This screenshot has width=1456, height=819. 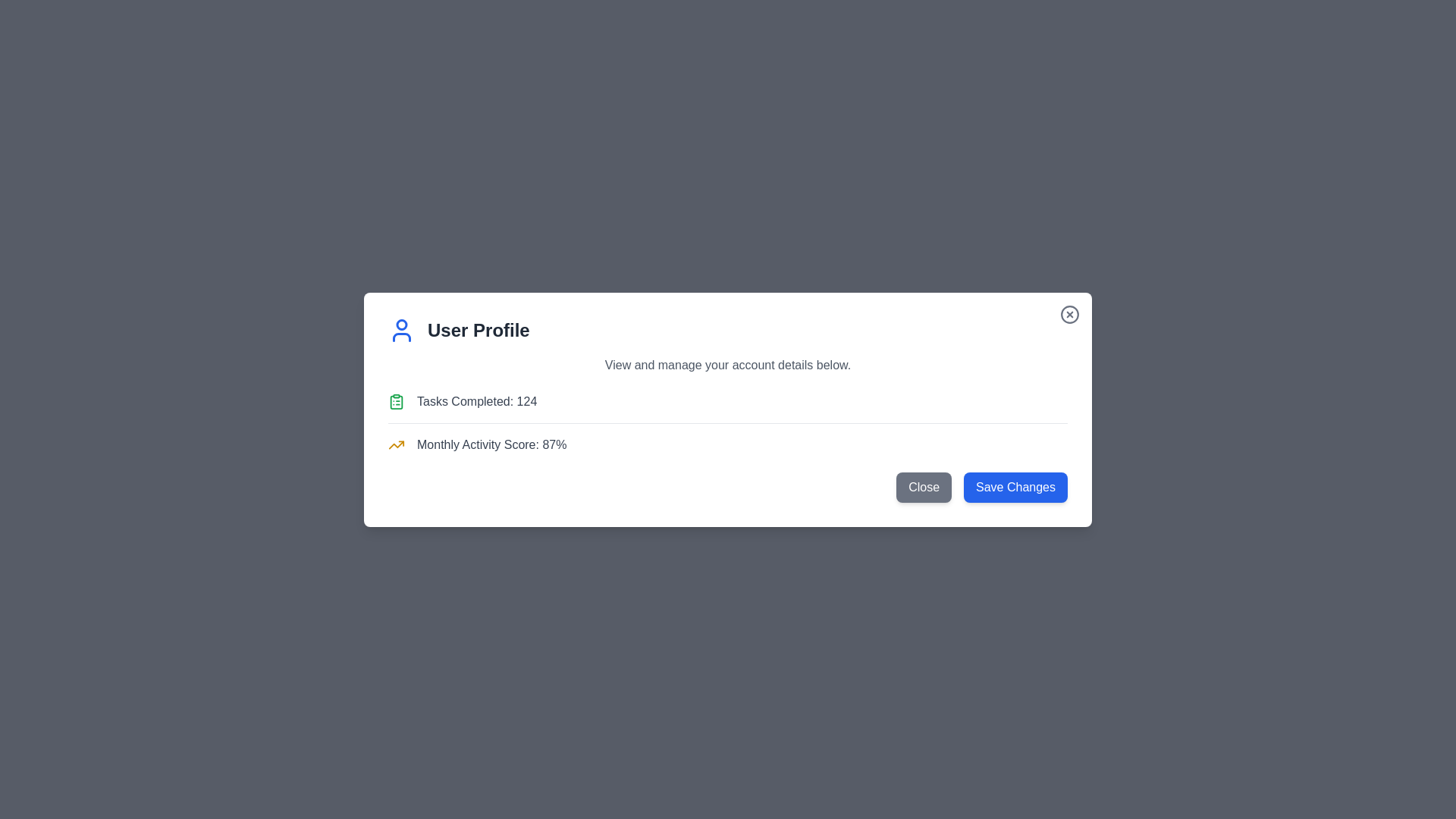 What do you see at coordinates (478, 329) in the screenshot?
I see `the 'User Profile' text heading, which is a bold, large, dark gray title located prominently at the top of the main content area, positioned to the right of an SVG user icon` at bounding box center [478, 329].